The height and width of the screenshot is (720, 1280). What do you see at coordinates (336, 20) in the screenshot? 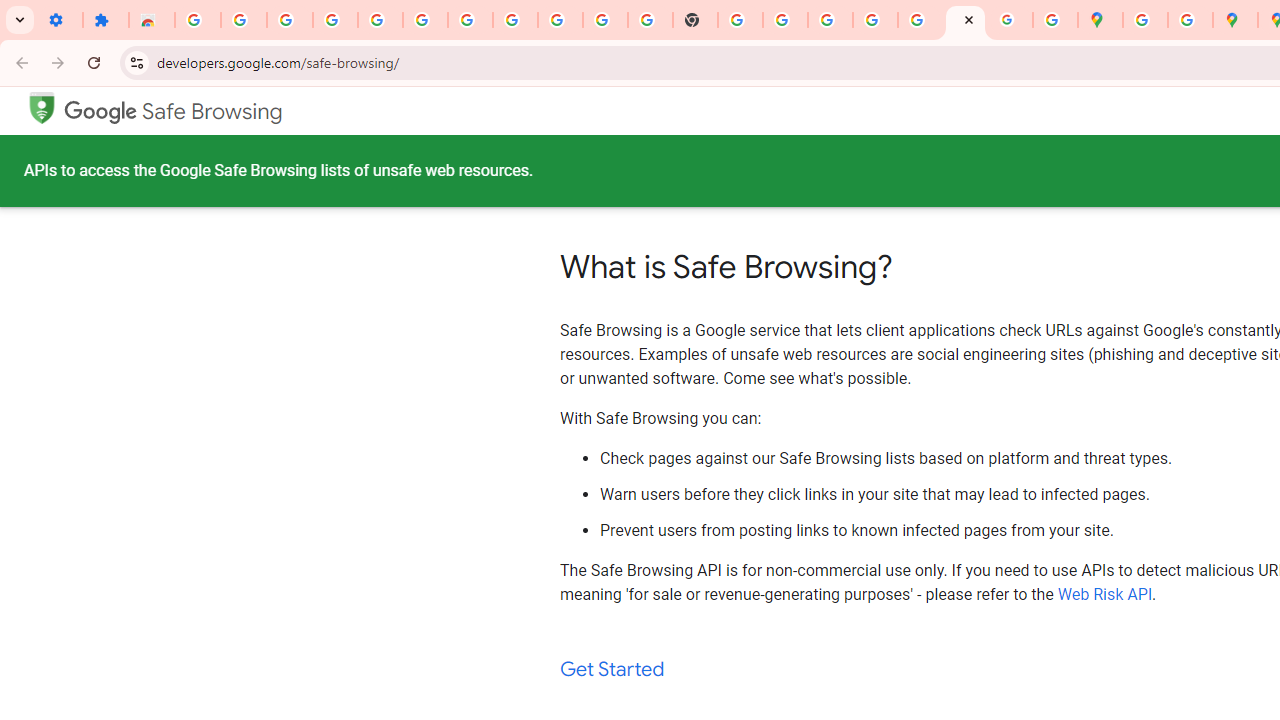
I see `'Delete photos & videos - Computer - Google Photos Help'` at bounding box center [336, 20].